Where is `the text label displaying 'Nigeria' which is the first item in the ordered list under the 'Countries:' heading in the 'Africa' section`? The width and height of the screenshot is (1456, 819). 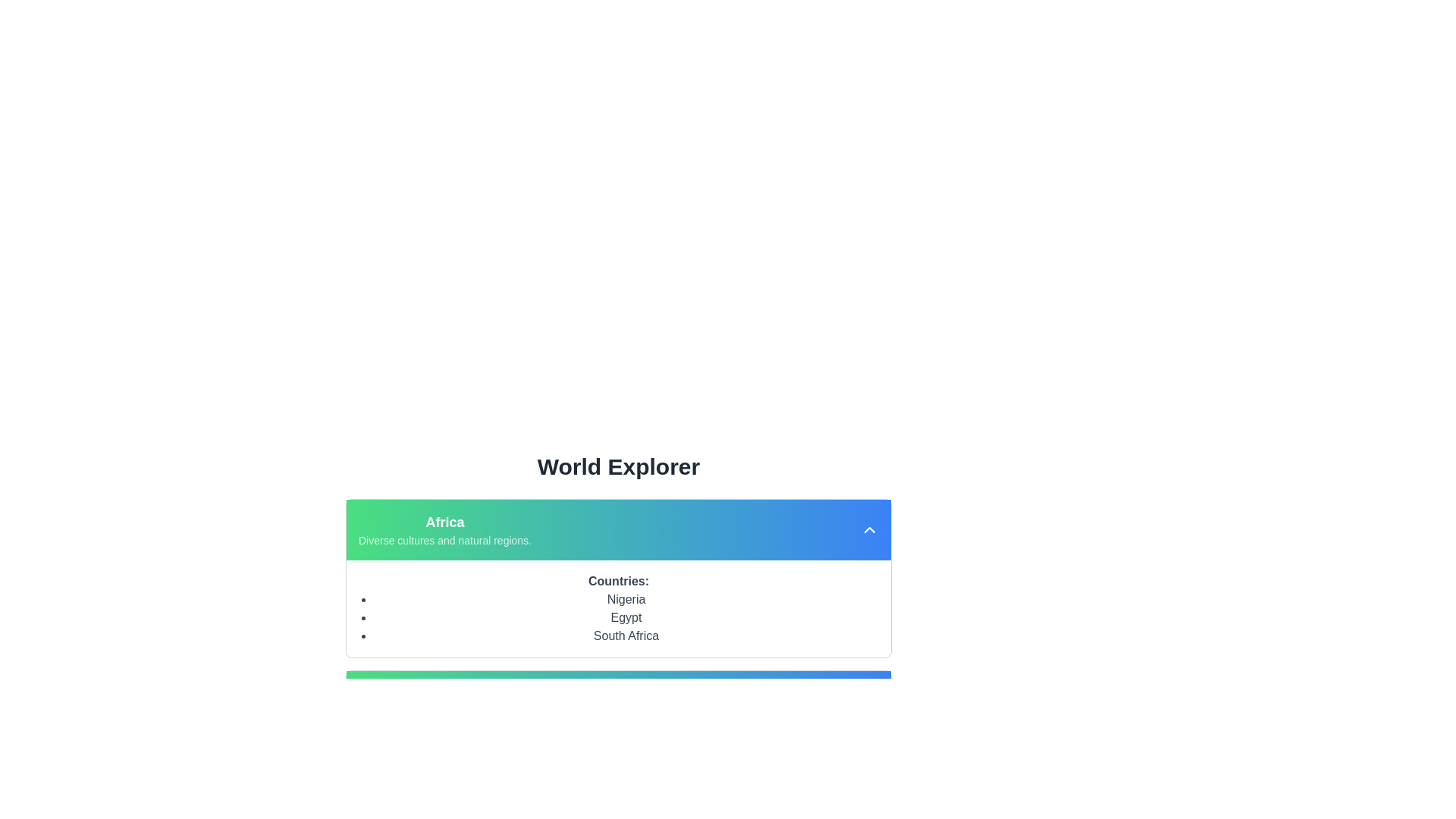
the text label displaying 'Nigeria' which is the first item in the ordered list under the 'Countries:' heading in the 'Africa' section is located at coordinates (626, 598).